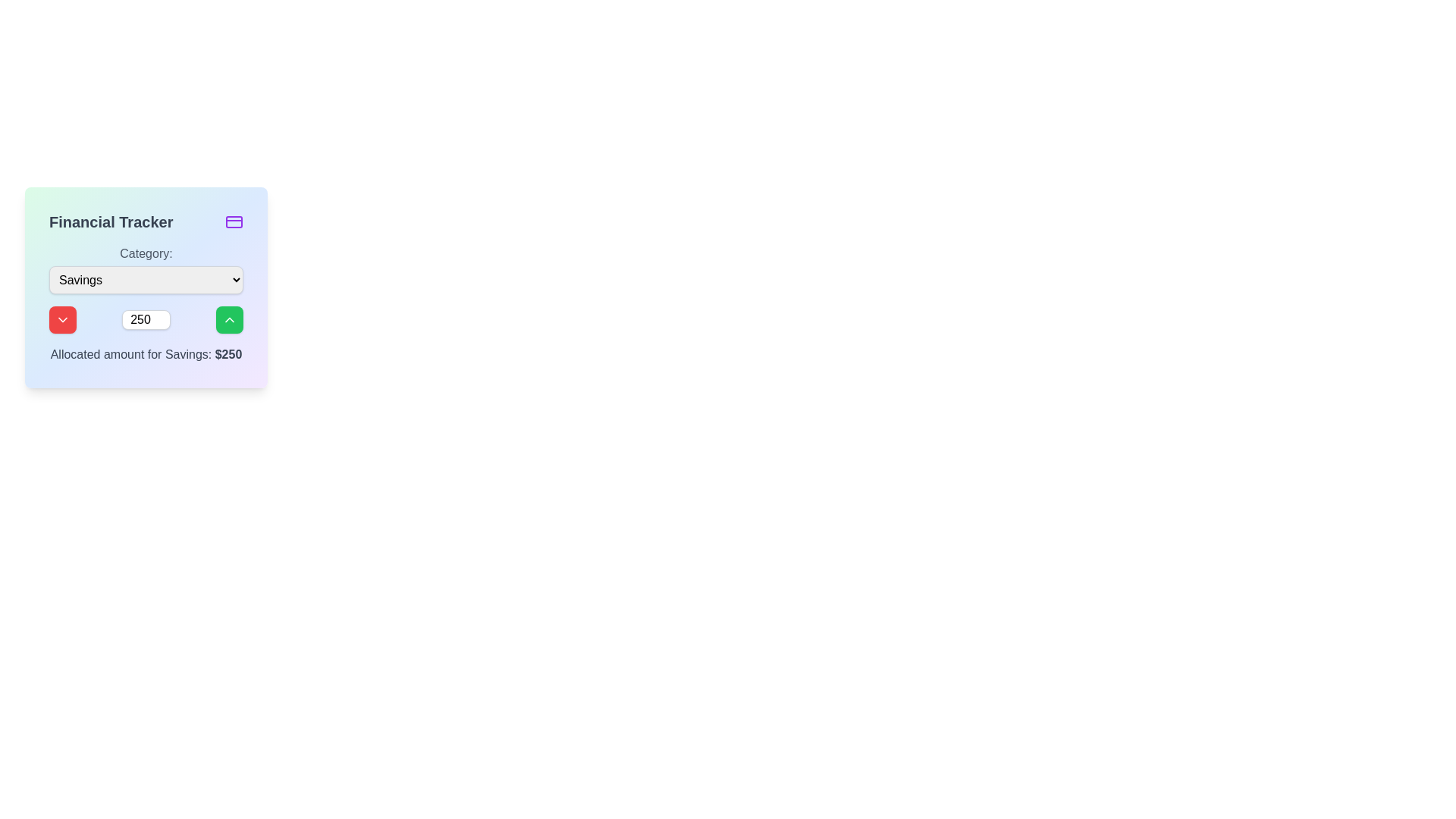  What do you see at coordinates (146, 253) in the screenshot?
I see `text label displaying 'Category:' which is positioned above the dropdown menu in the Financial Tracker section` at bounding box center [146, 253].